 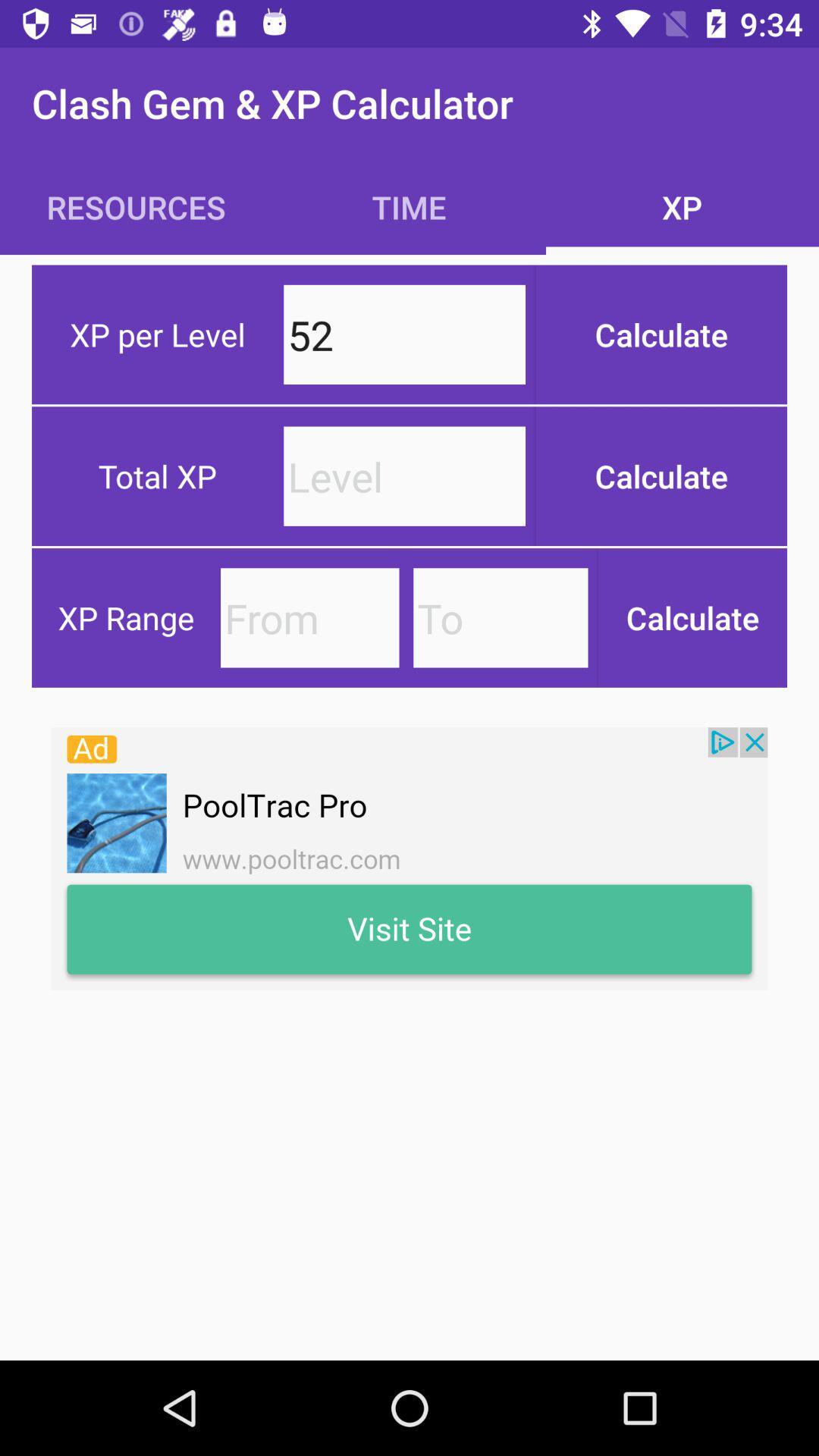 I want to click on xp range from text box, so click(x=309, y=617).